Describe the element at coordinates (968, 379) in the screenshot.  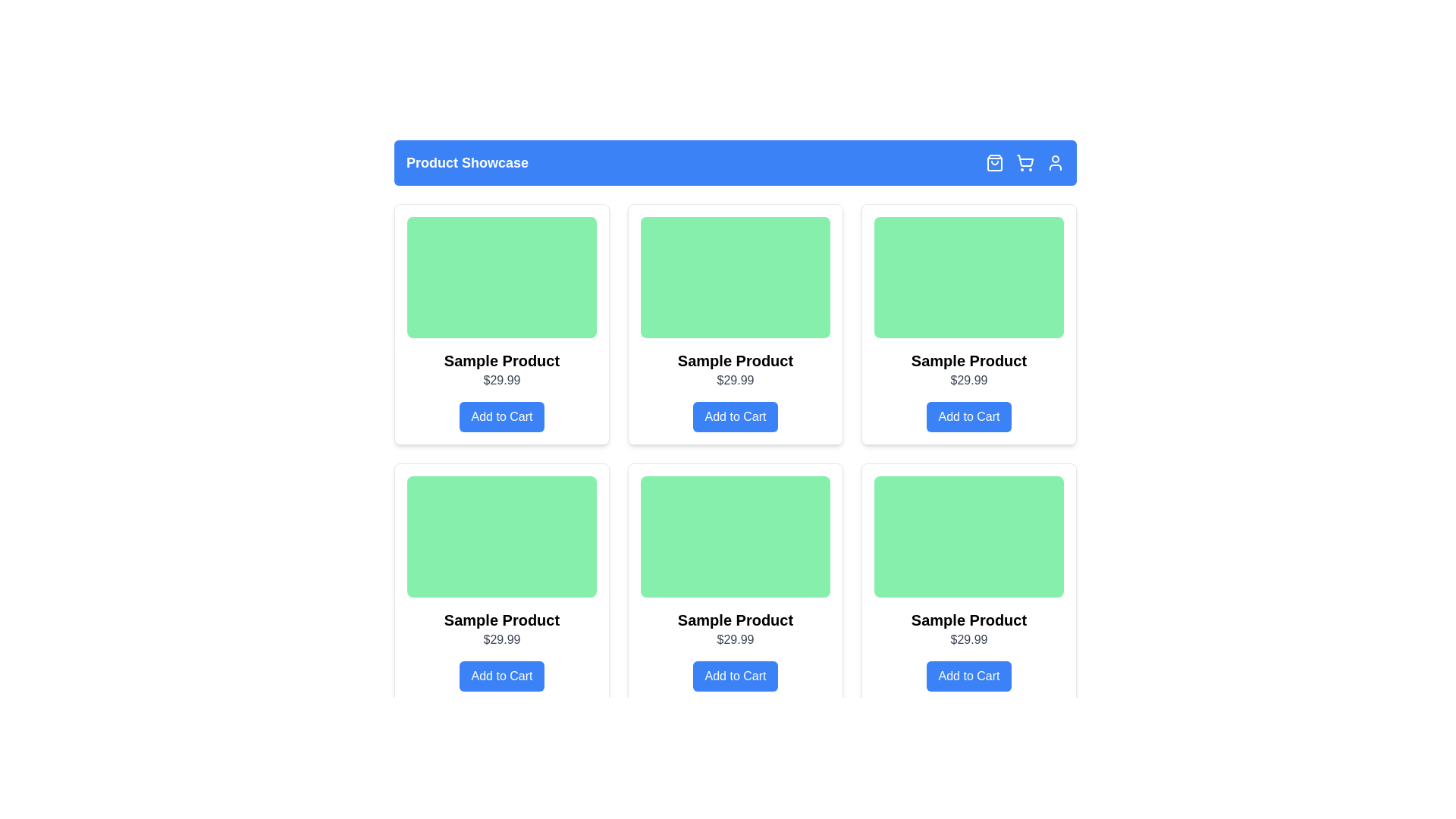
I see `the price label of the product card located in the third column of the top row, directly beneath the title 'Sample Product'` at that location.